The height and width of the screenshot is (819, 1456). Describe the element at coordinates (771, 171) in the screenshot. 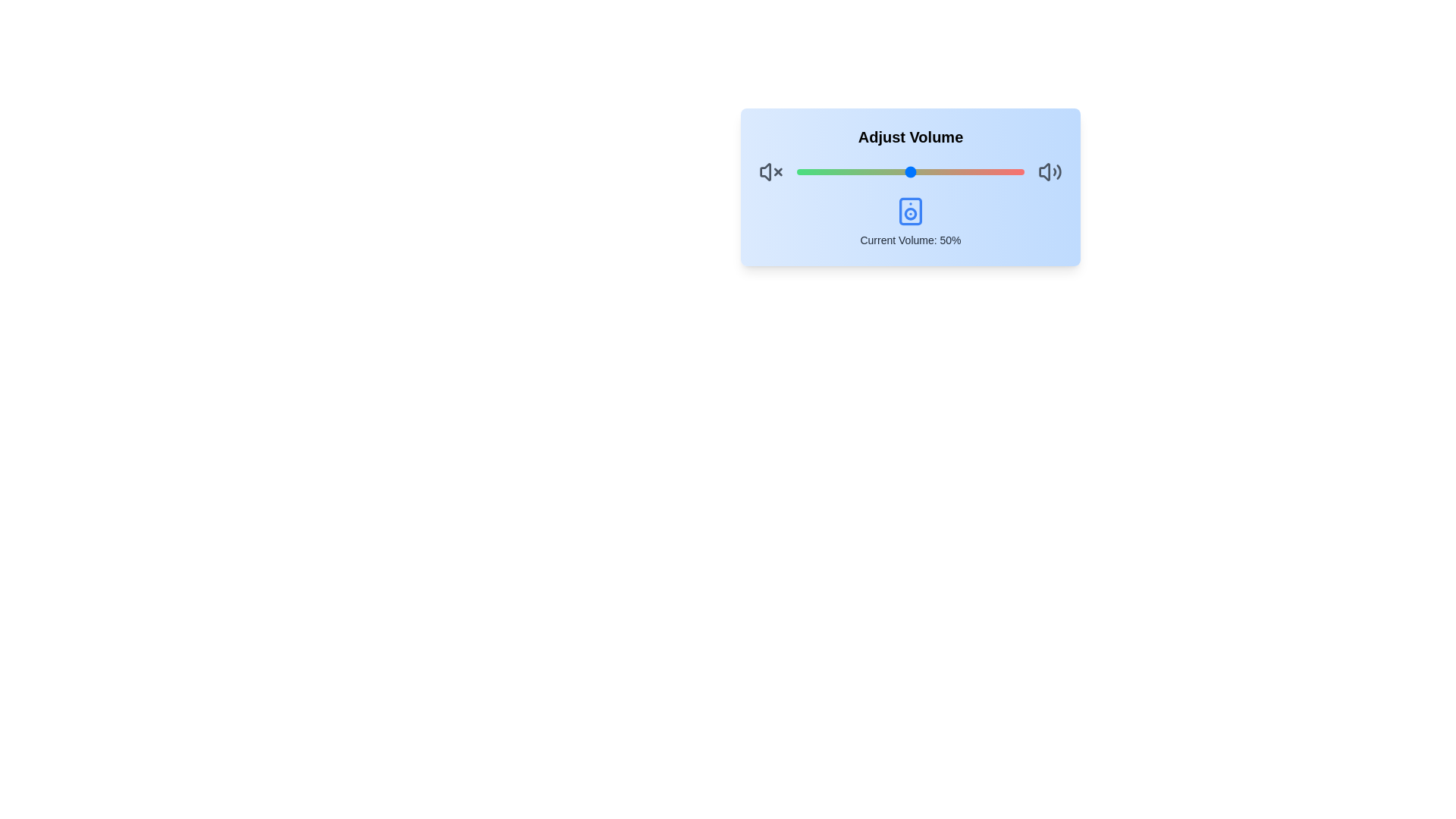

I see `the mute icon to mute the volume` at that location.